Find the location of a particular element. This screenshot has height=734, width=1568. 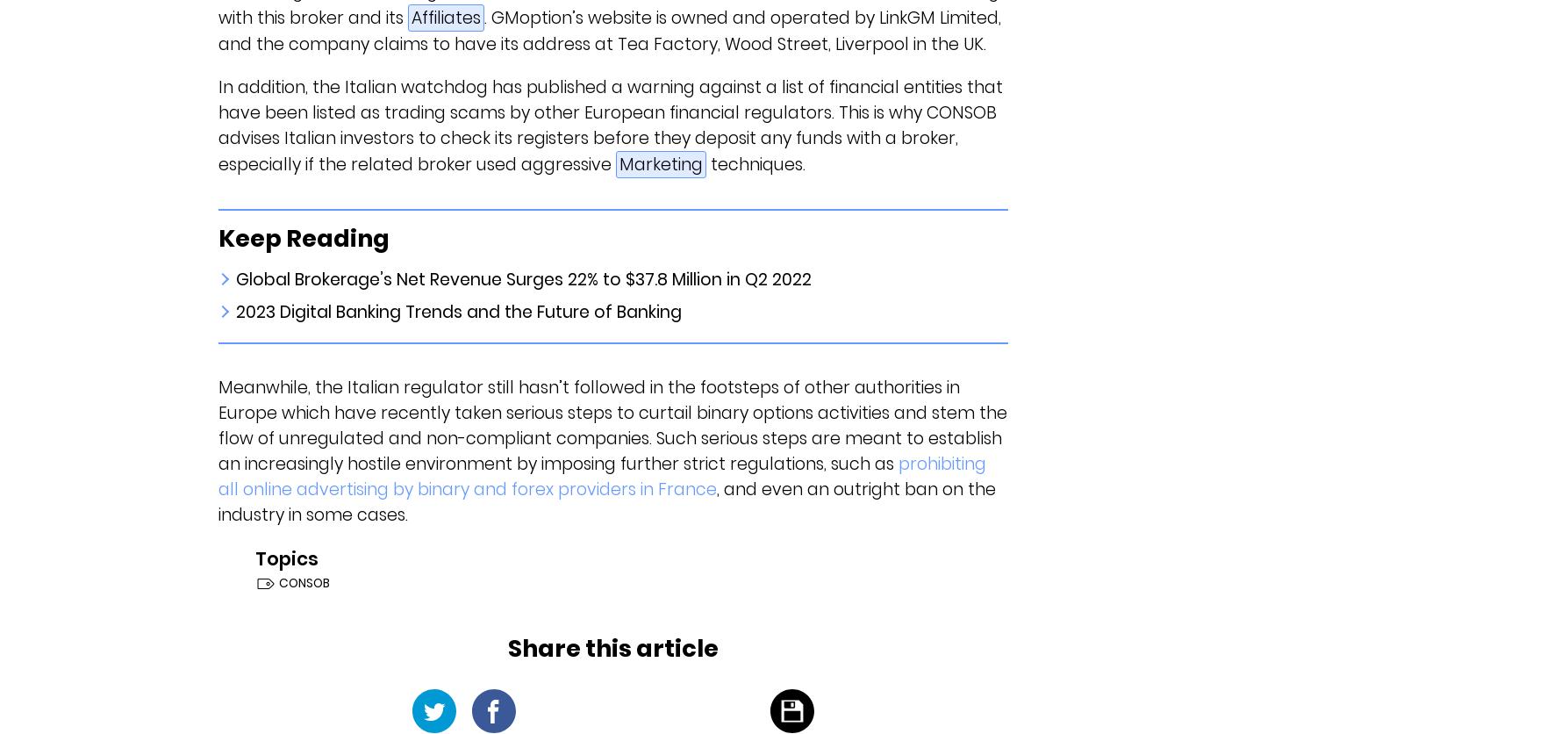

'Marketing' is located at coordinates (660, 163).